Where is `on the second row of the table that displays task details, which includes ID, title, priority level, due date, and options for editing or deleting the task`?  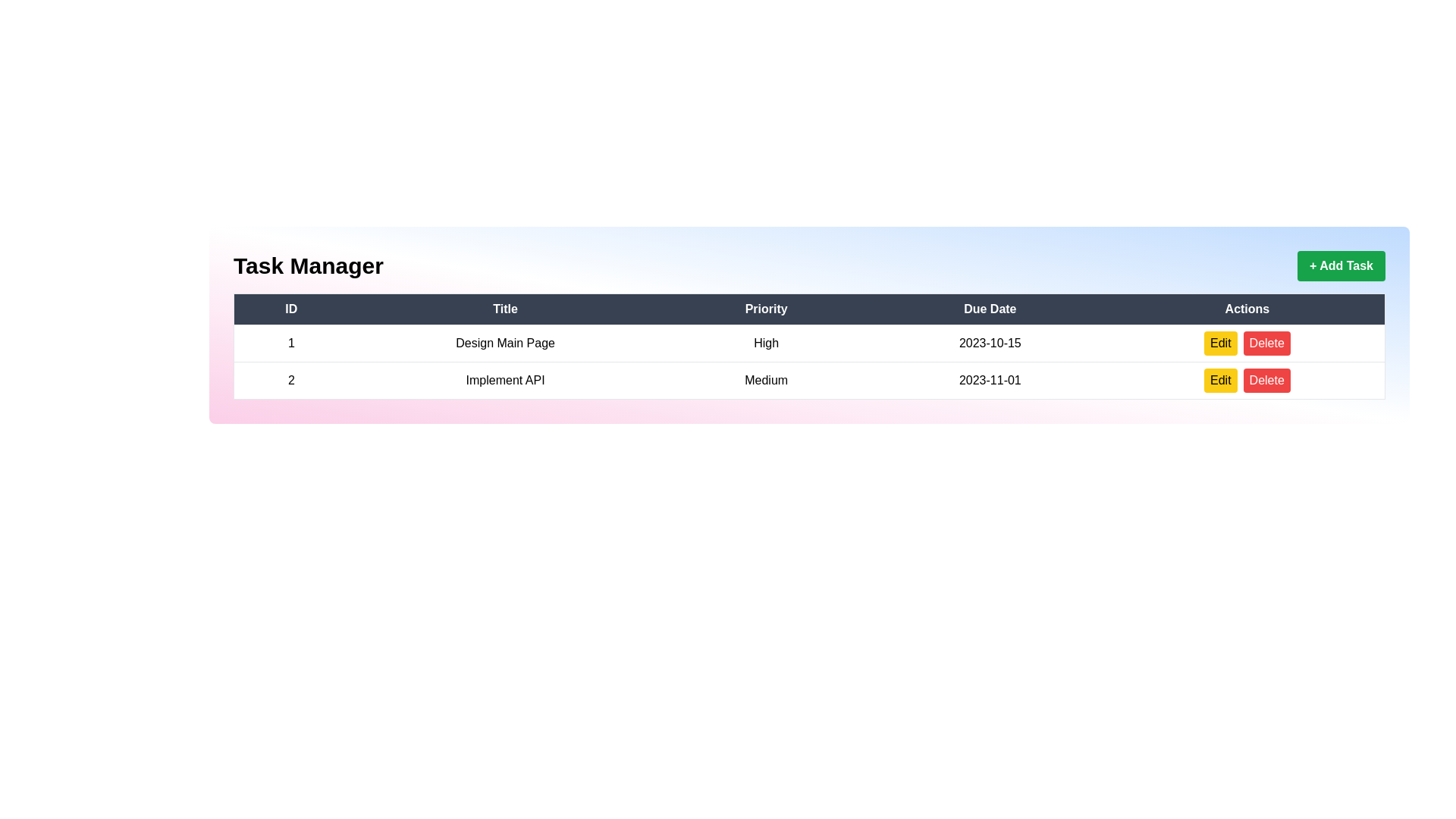 on the second row of the table that displays task details, which includes ID, title, priority level, due date, and options for editing or deleting the task is located at coordinates (808, 379).